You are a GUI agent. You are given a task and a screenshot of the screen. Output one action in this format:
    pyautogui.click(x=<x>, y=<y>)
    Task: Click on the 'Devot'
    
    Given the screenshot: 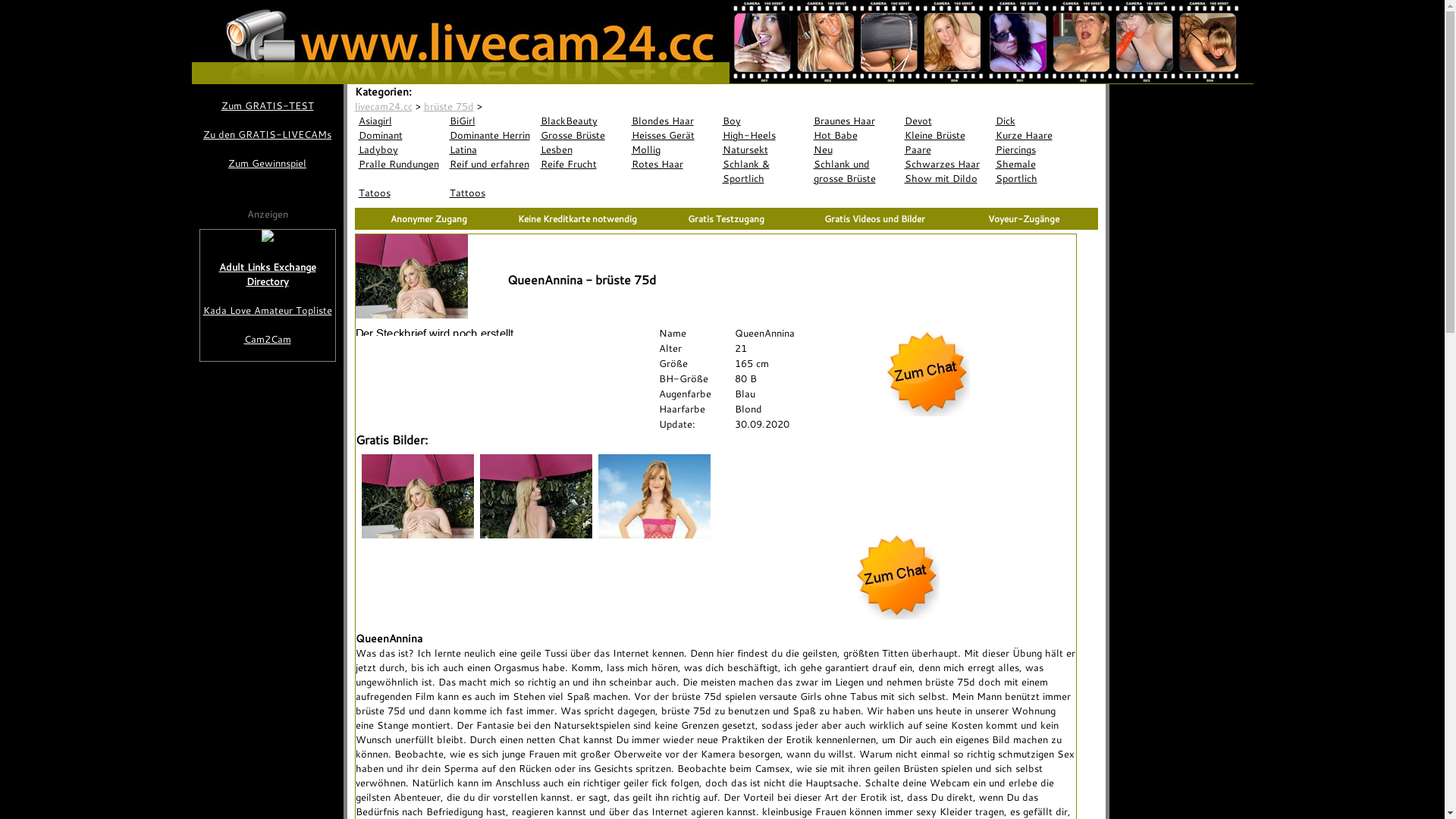 What is the action you would take?
    pyautogui.click(x=946, y=120)
    